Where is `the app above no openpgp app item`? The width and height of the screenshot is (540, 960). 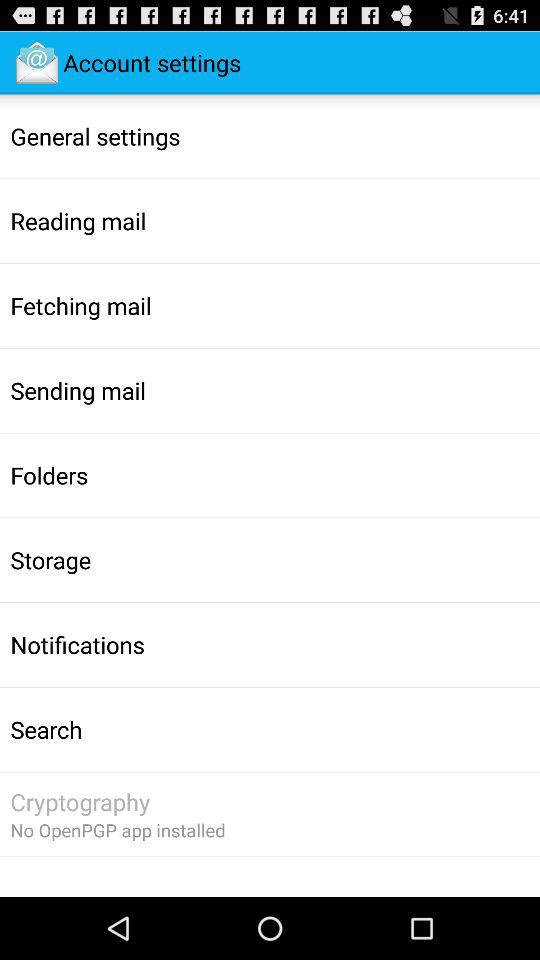 the app above no openpgp app item is located at coordinates (79, 801).